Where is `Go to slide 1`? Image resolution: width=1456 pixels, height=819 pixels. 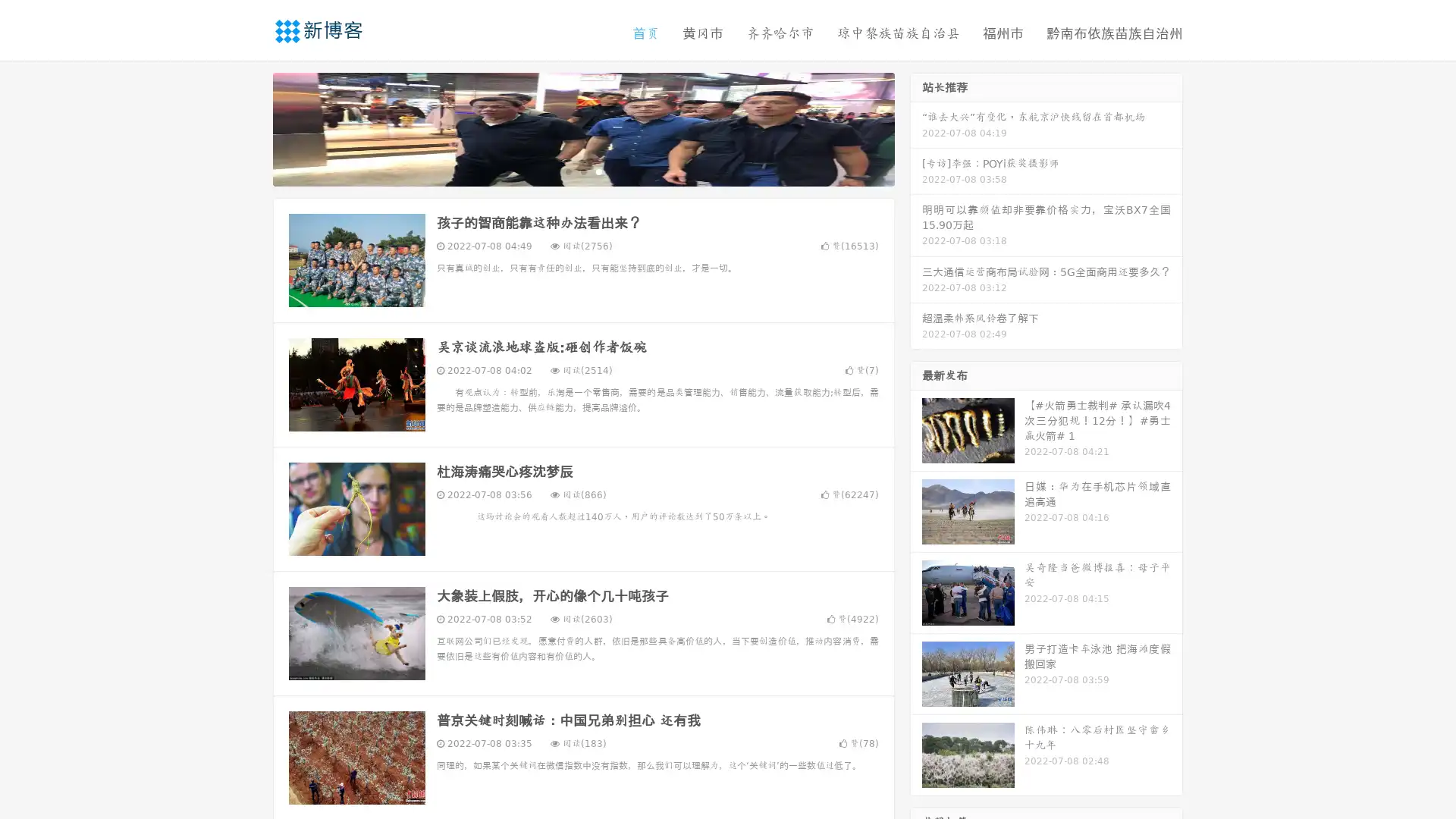 Go to slide 1 is located at coordinates (567, 171).